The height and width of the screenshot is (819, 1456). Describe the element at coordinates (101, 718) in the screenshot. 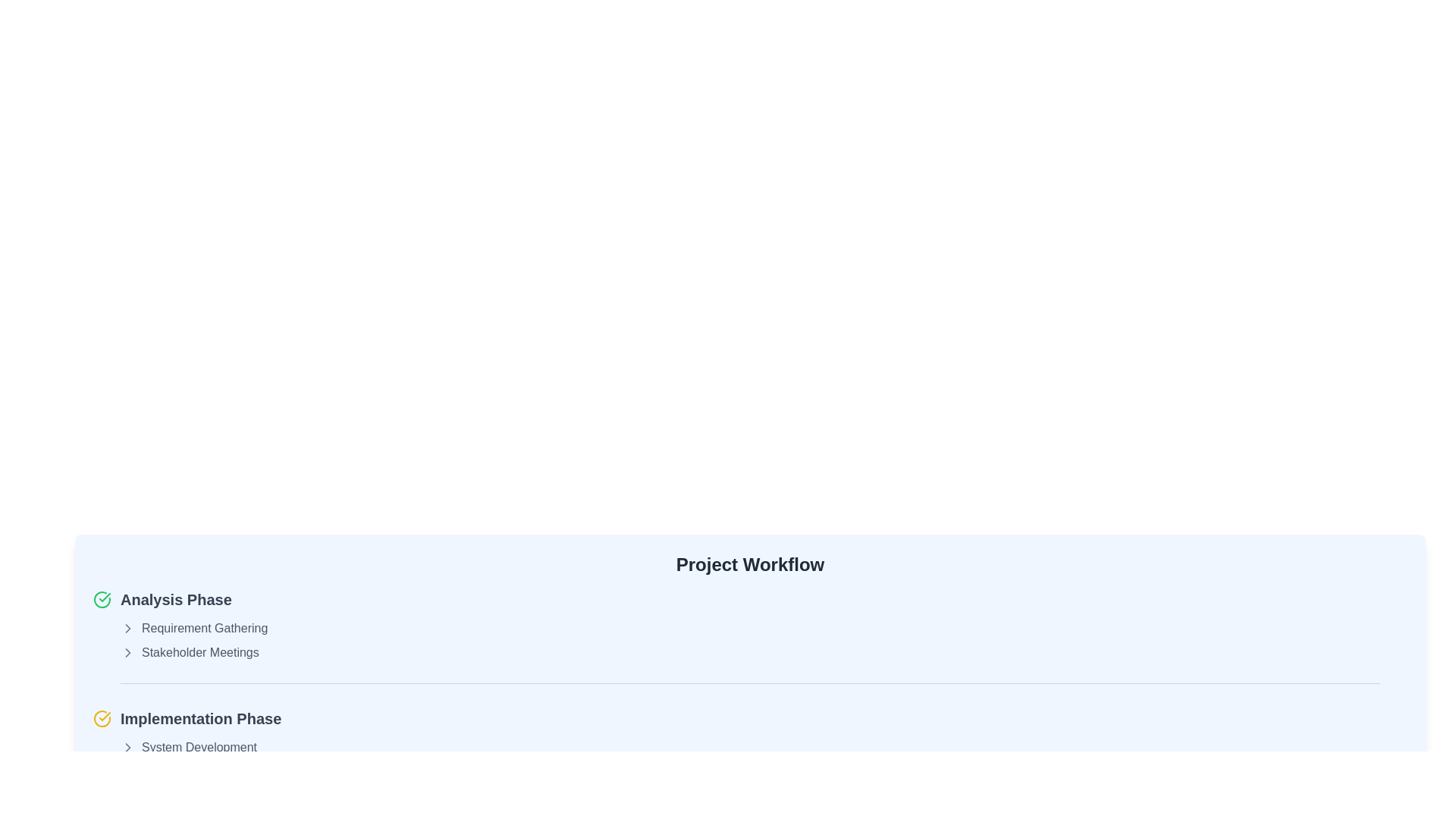

I see `the Icon indicating the completion or active status of the 'Implementation Phase' within the project workflow` at that location.